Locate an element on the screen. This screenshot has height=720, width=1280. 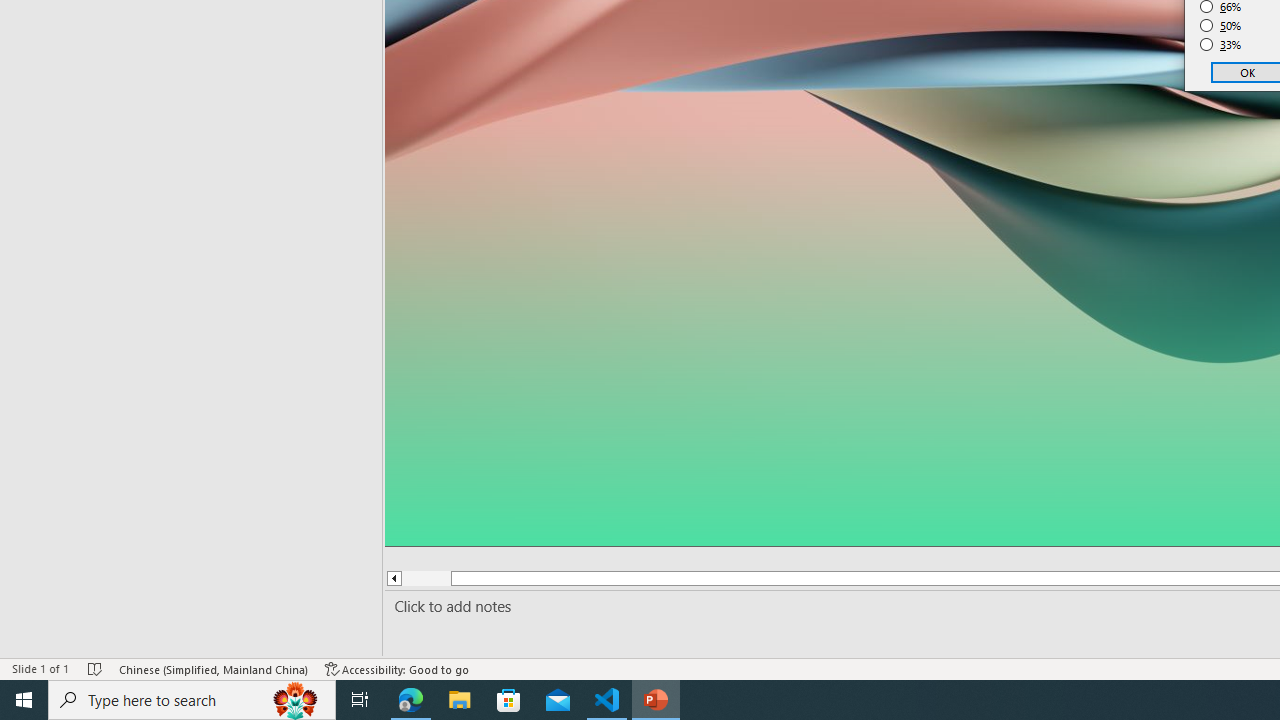
'Visual Studio Code - 1 running window' is located at coordinates (606, 698).